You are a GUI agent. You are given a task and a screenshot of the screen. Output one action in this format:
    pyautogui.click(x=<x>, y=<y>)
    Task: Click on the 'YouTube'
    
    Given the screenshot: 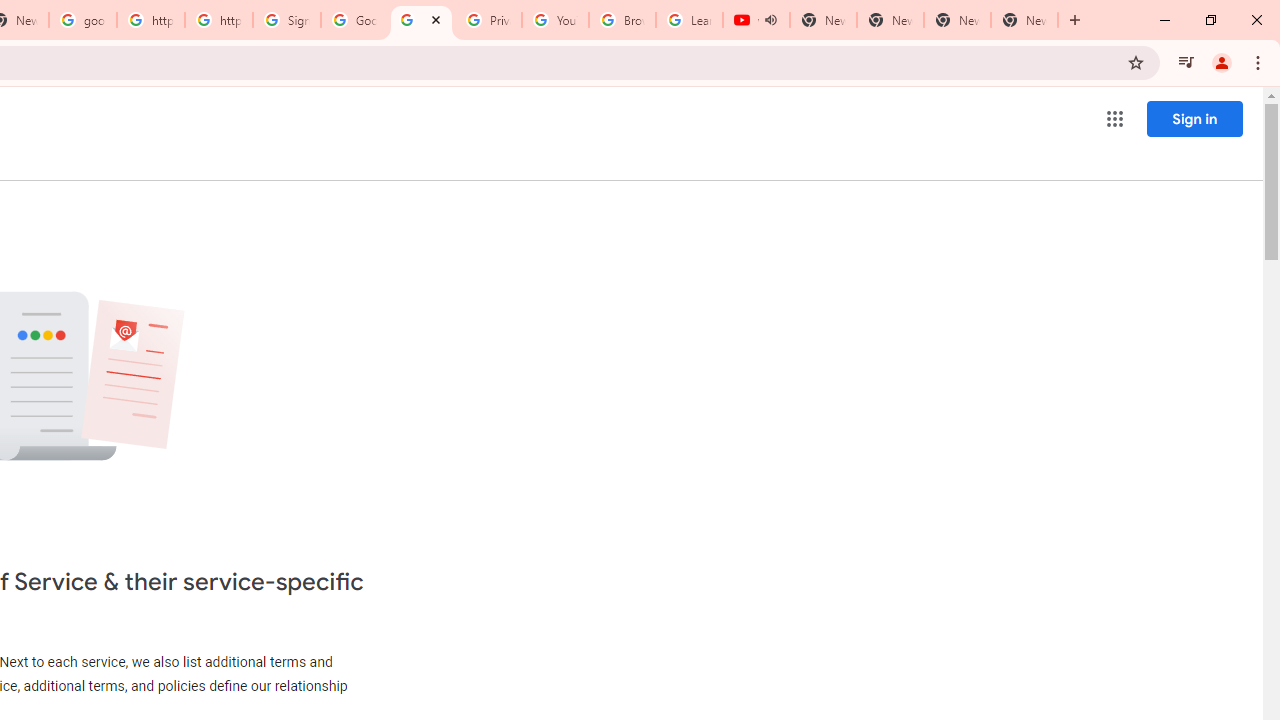 What is the action you would take?
    pyautogui.click(x=555, y=20)
    